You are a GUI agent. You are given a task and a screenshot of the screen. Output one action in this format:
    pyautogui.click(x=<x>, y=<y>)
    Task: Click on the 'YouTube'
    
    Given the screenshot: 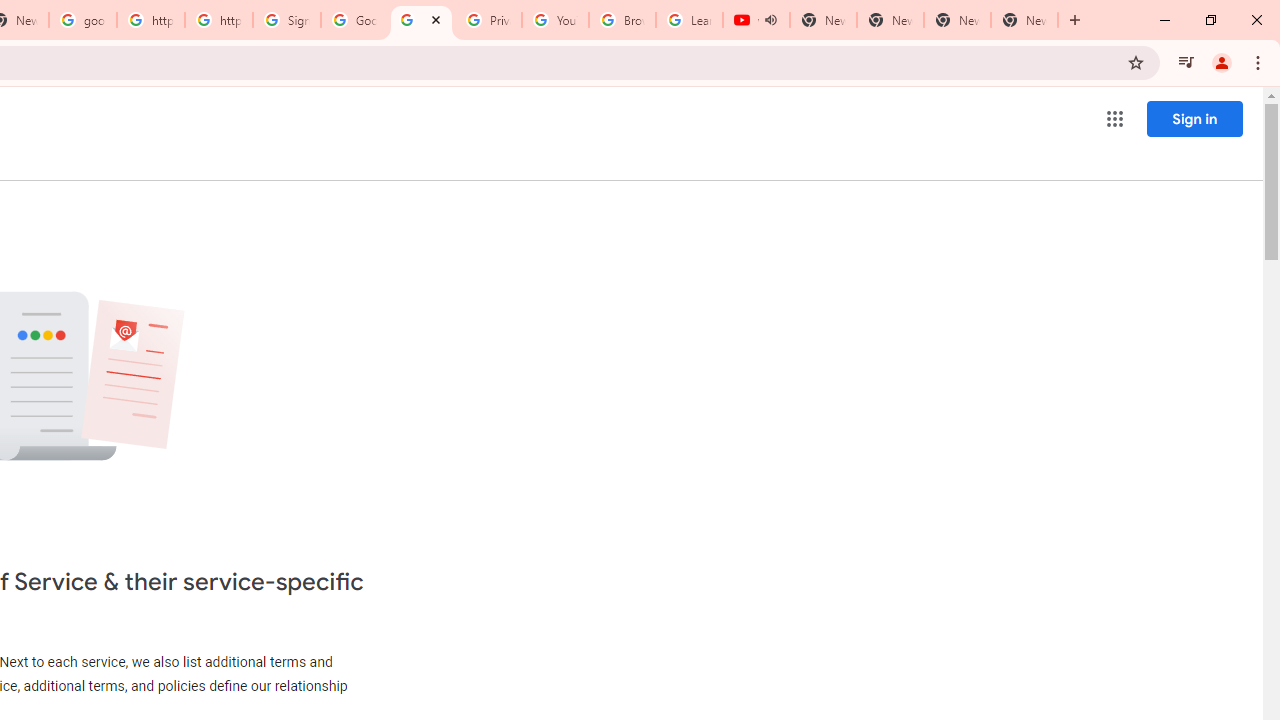 What is the action you would take?
    pyautogui.click(x=555, y=20)
    